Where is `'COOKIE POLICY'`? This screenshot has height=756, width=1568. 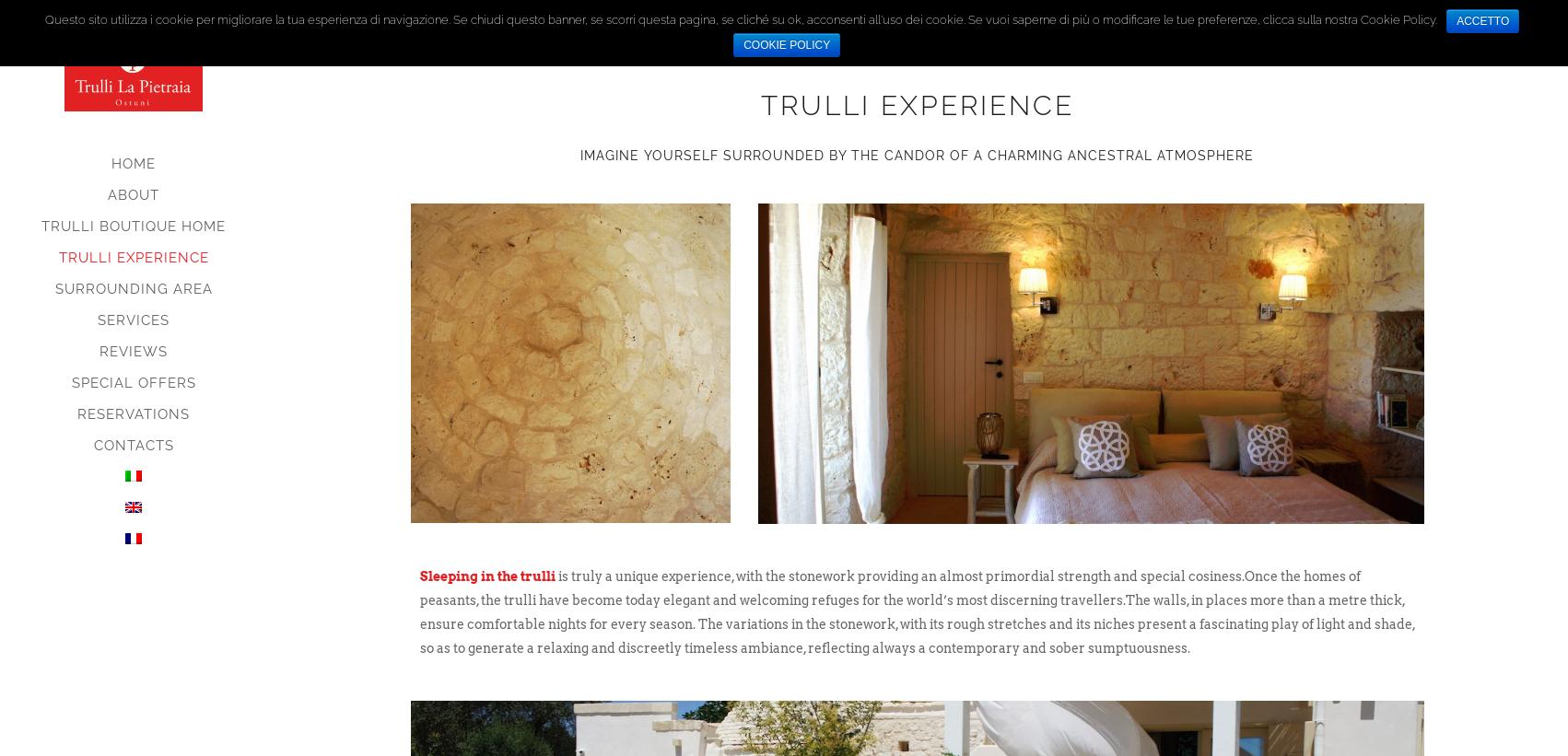
'COOKIE POLICY' is located at coordinates (787, 45).